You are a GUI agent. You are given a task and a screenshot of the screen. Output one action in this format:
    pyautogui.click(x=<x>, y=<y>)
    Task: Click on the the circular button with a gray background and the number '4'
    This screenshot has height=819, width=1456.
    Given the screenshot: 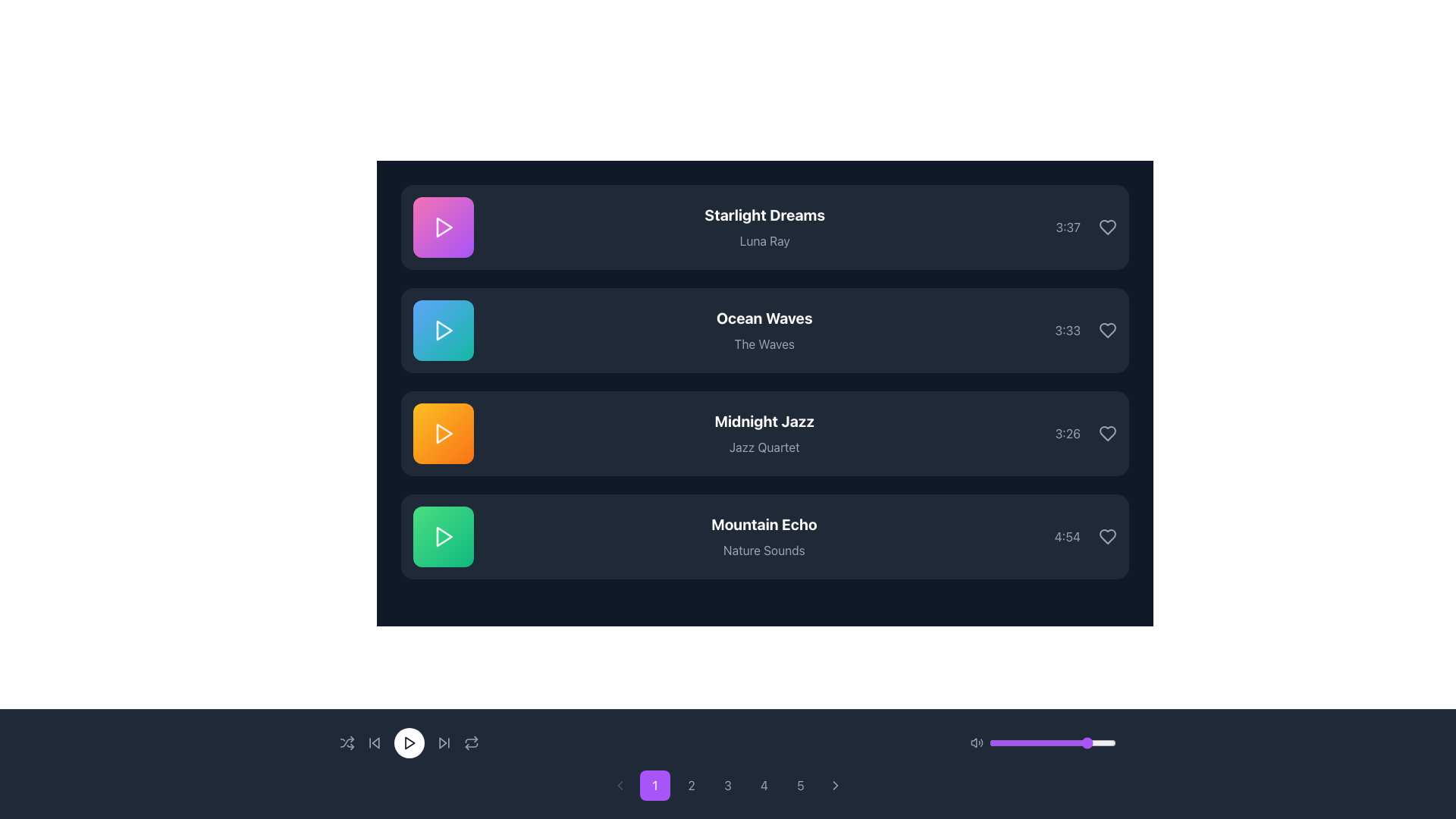 What is the action you would take?
    pyautogui.click(x=764, y=785)
    